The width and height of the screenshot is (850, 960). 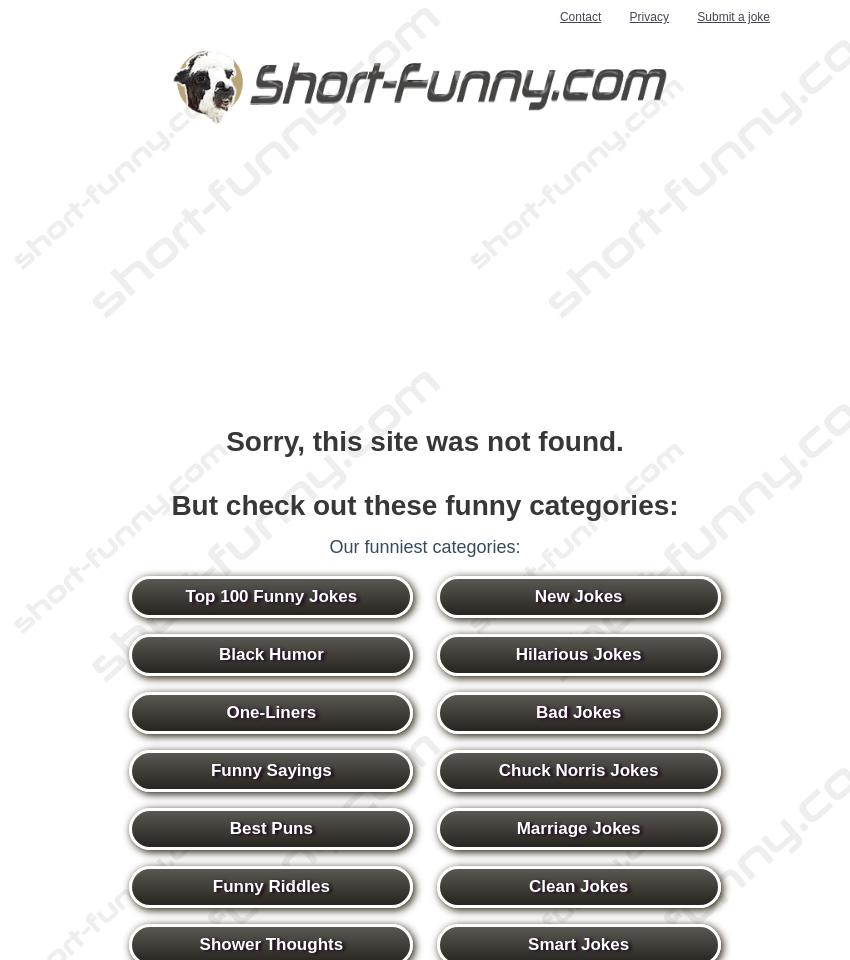 I want to click on 'Contact', so click(x=558, y=15).